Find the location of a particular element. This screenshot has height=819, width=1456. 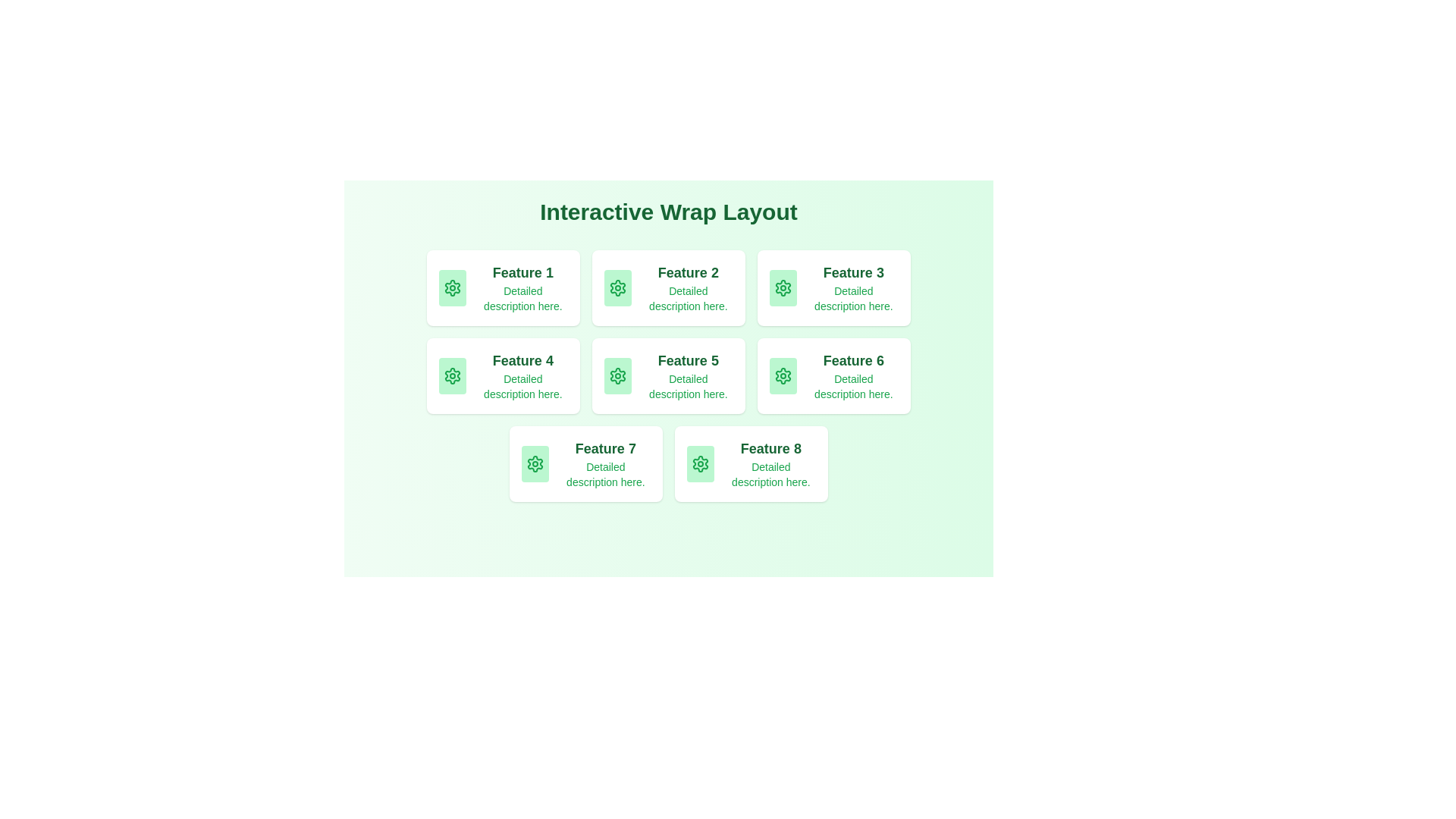

the center of the green gear icon in the second row, second column of the grid layout is located at coordinates (617, 288).